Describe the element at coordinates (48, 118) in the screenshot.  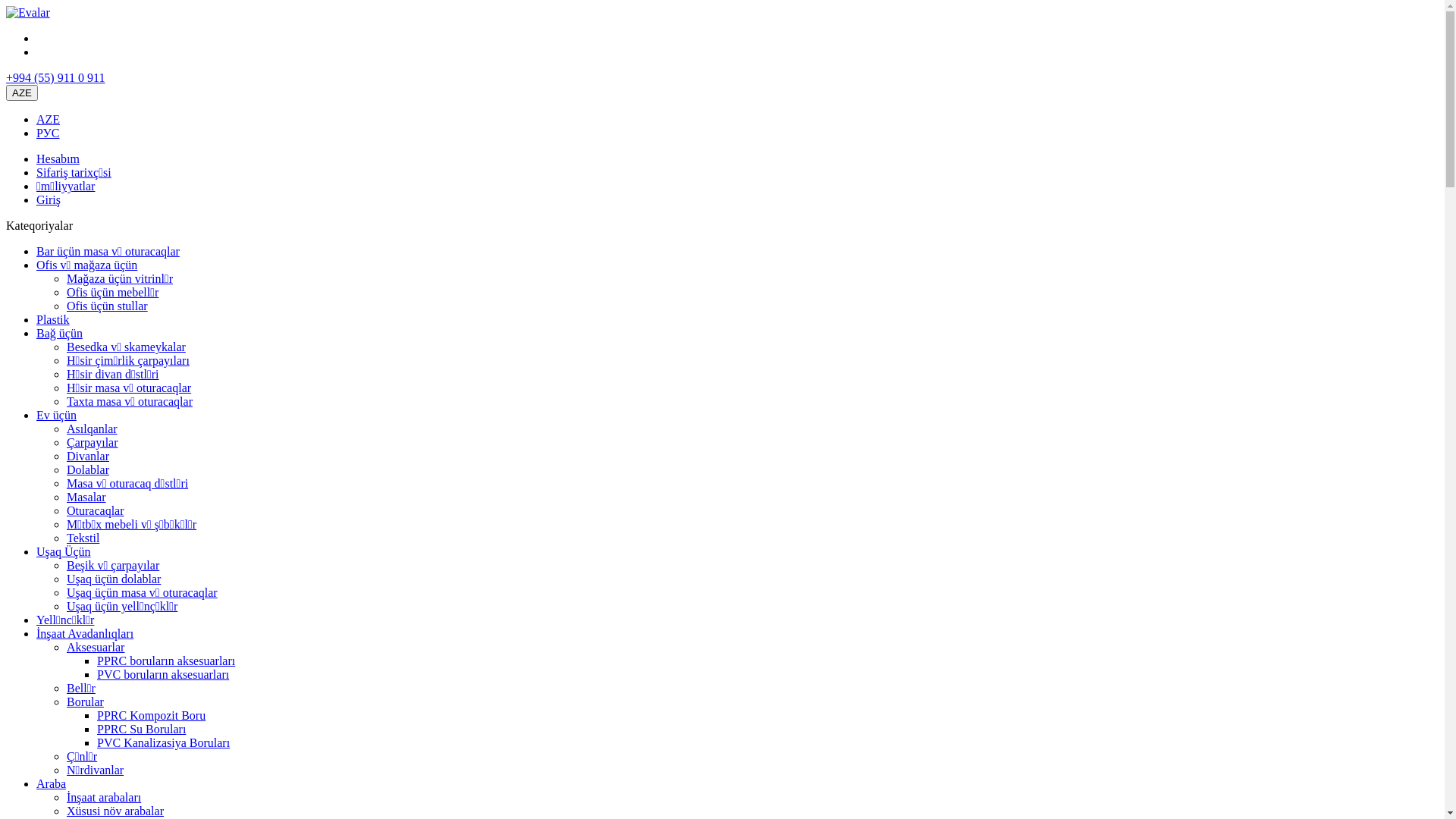
I see `'AZE'` at that location.